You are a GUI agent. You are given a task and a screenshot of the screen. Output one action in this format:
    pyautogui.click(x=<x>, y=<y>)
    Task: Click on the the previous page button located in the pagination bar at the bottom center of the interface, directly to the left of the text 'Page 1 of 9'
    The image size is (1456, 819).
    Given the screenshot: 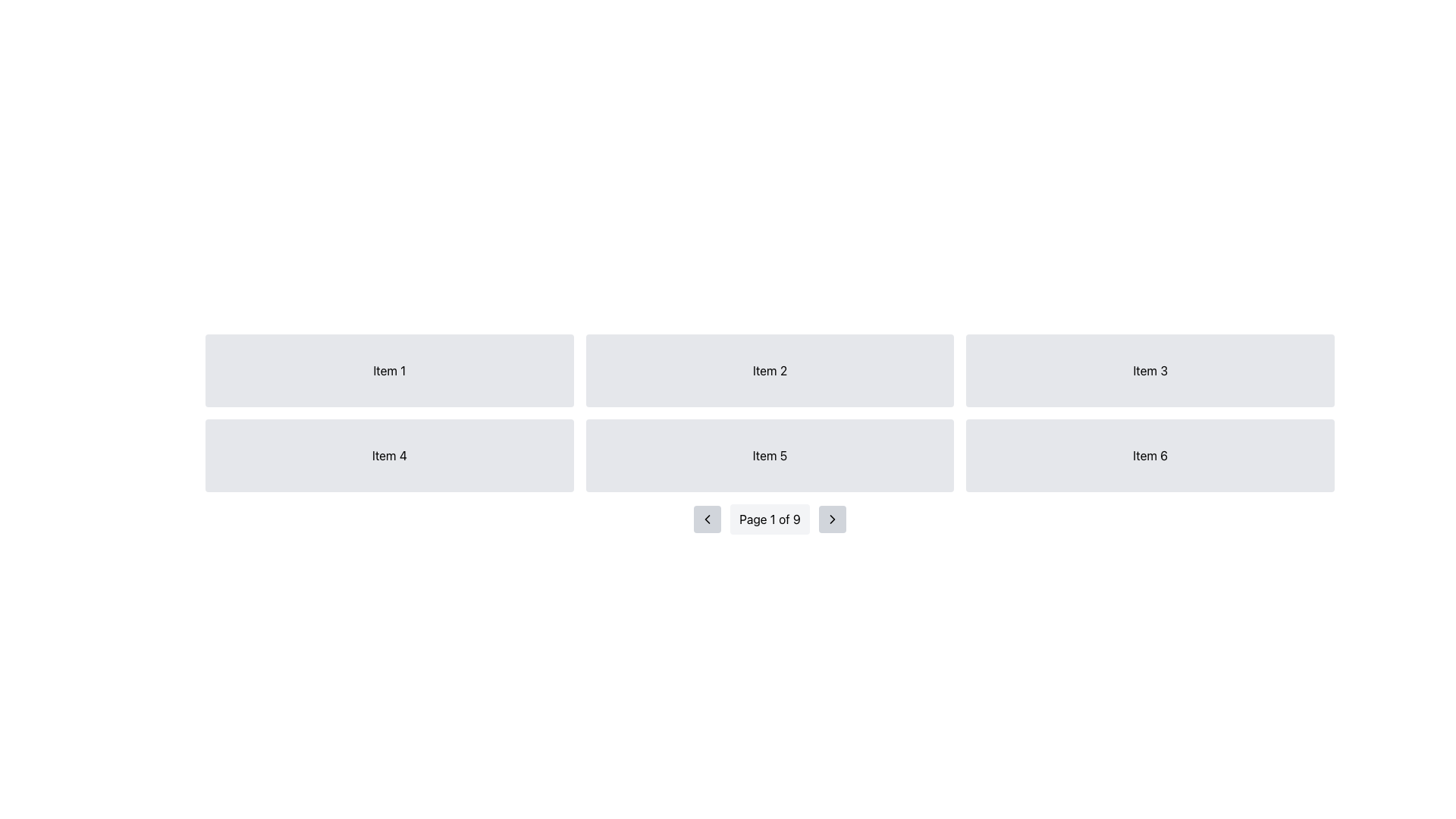 What is the action you would take?
    pyautogui.click(x=707, y=519)
    